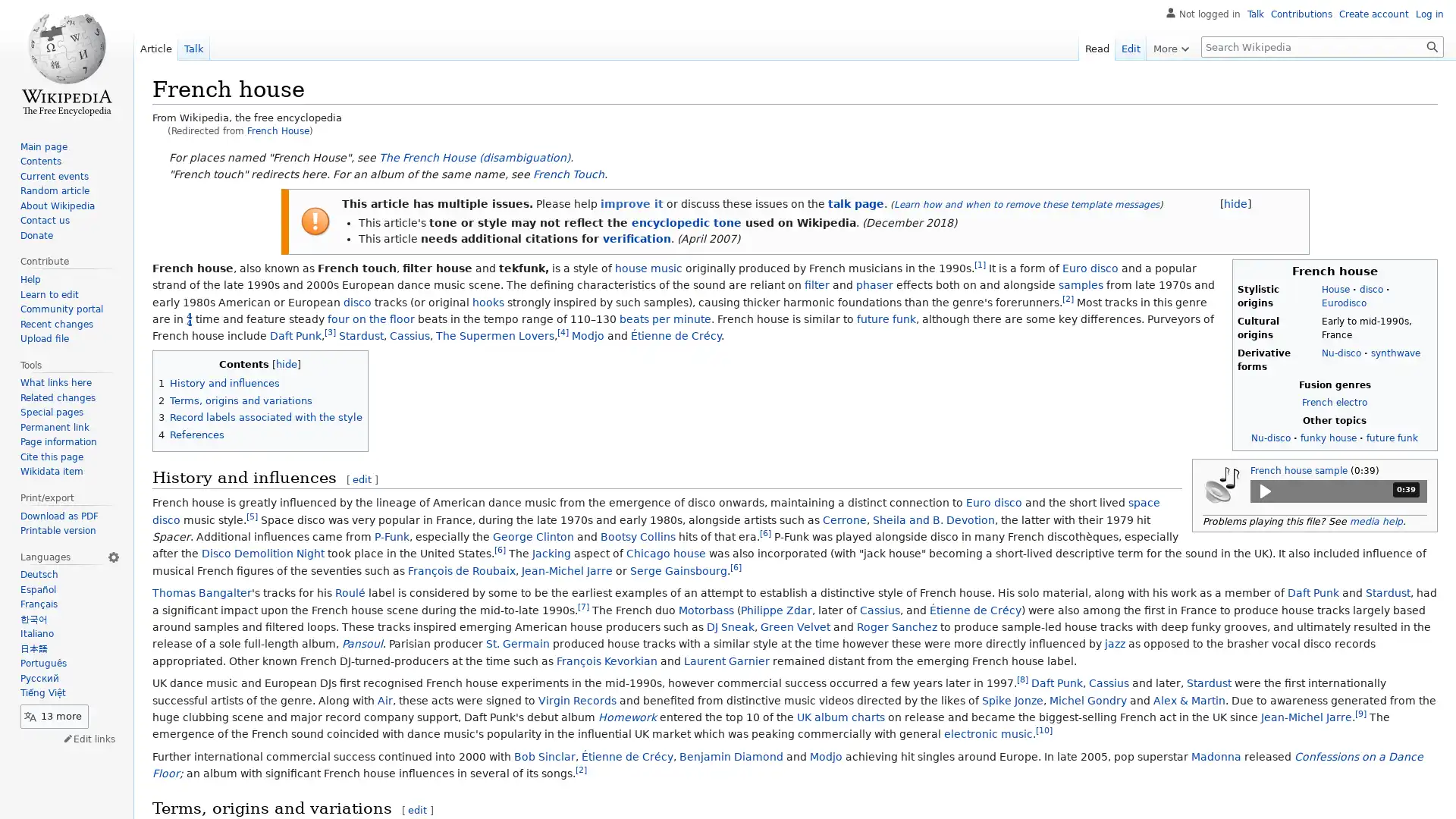  Describe the element at coordinates (112, 556) in the screenshot. I see `Language settings` at that location.